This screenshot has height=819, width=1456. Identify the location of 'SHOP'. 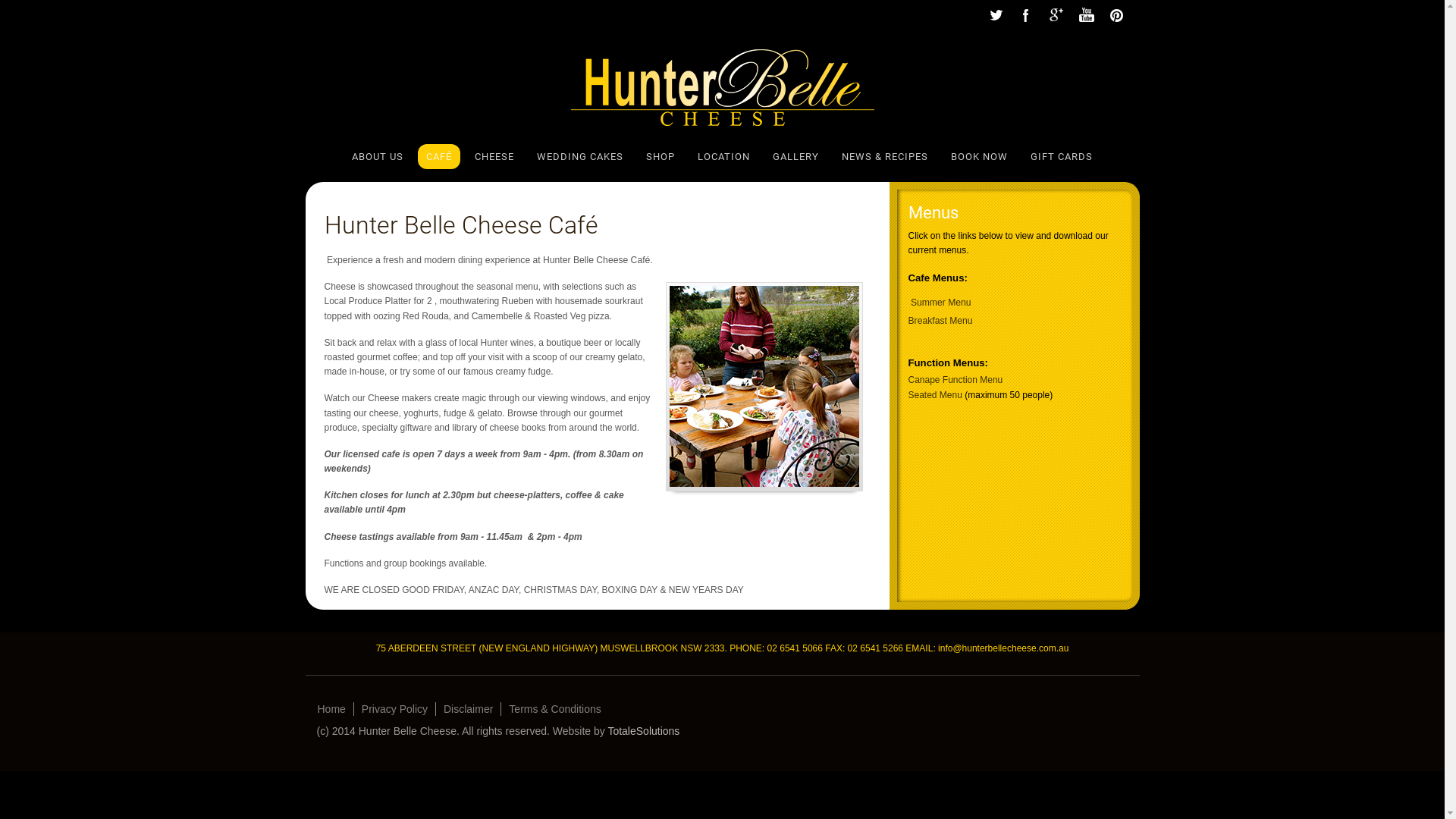
(660, 156).